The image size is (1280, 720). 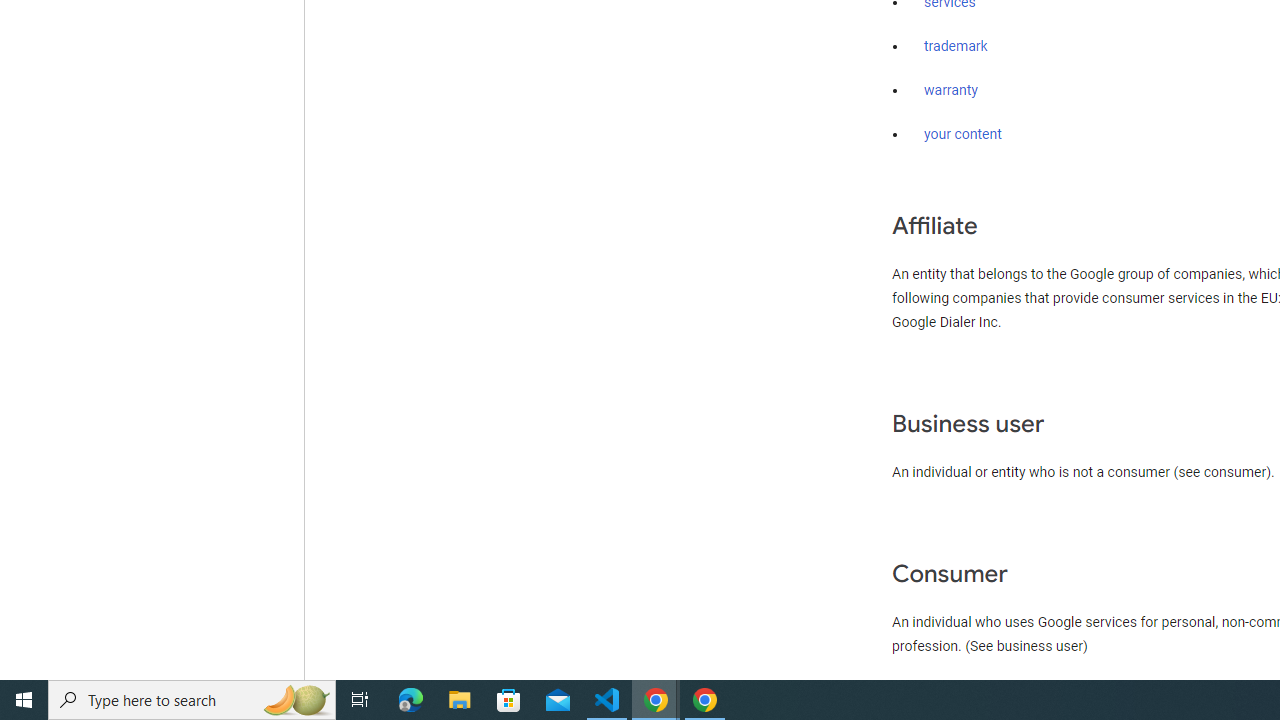 I want to click on 'your content', so click(x=963, y=135).